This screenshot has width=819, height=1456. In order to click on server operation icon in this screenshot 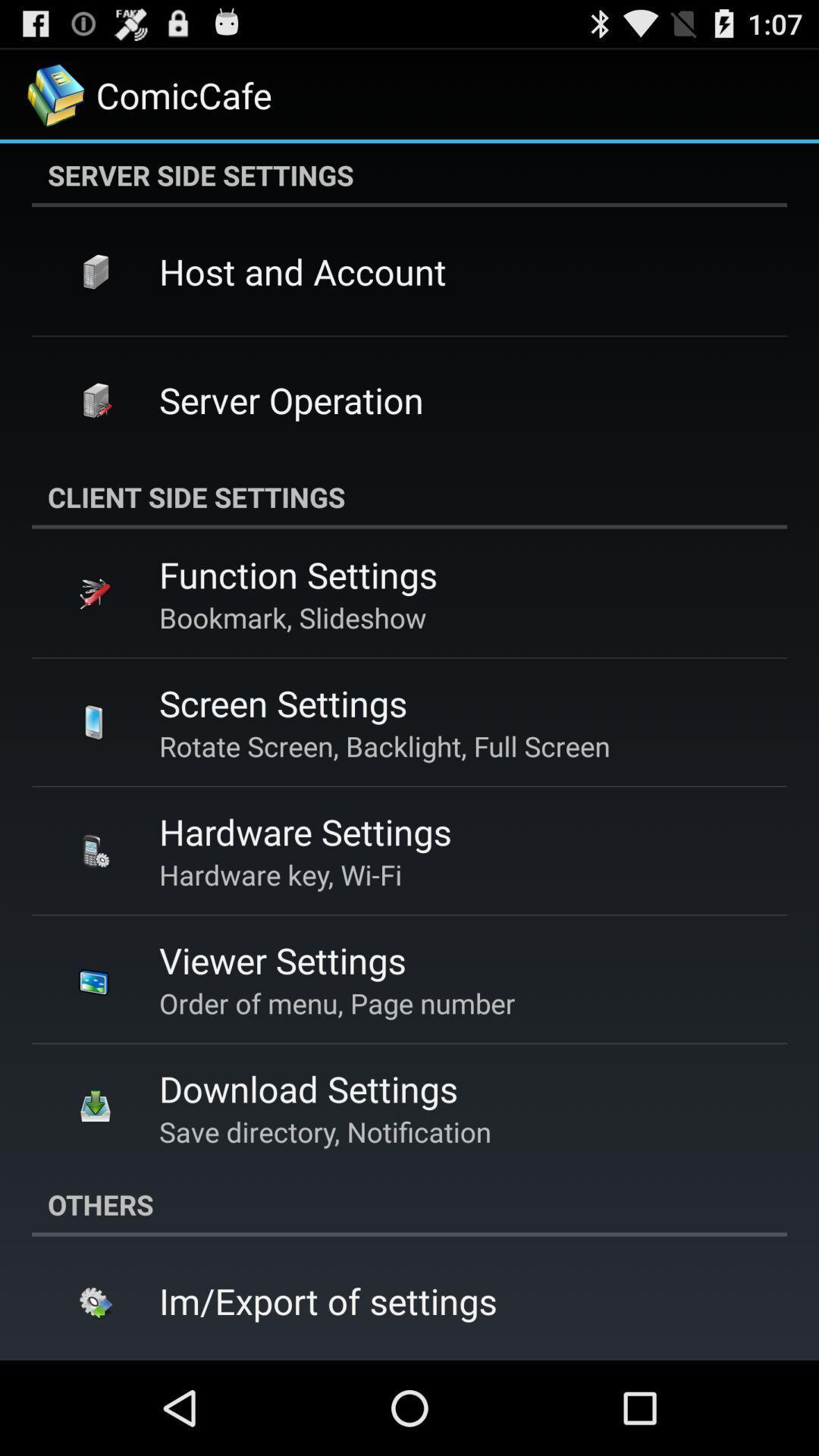, I will do `click(291, 400)`.